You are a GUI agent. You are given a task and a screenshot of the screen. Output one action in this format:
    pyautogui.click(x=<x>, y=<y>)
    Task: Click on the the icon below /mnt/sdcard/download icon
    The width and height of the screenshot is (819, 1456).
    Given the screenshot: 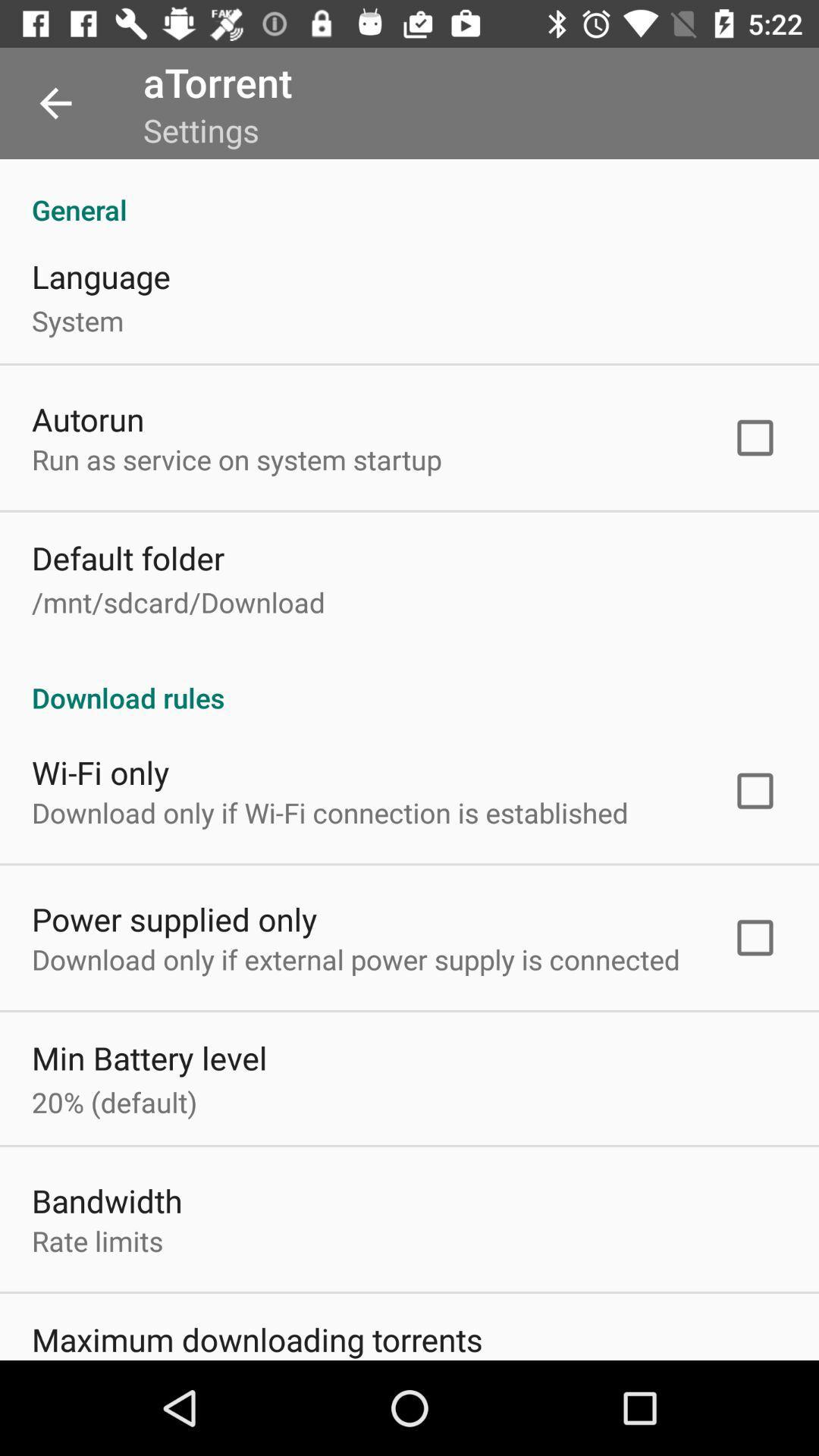 What is the action you would take?
    pyautogui.click(x=409, y=681)
    